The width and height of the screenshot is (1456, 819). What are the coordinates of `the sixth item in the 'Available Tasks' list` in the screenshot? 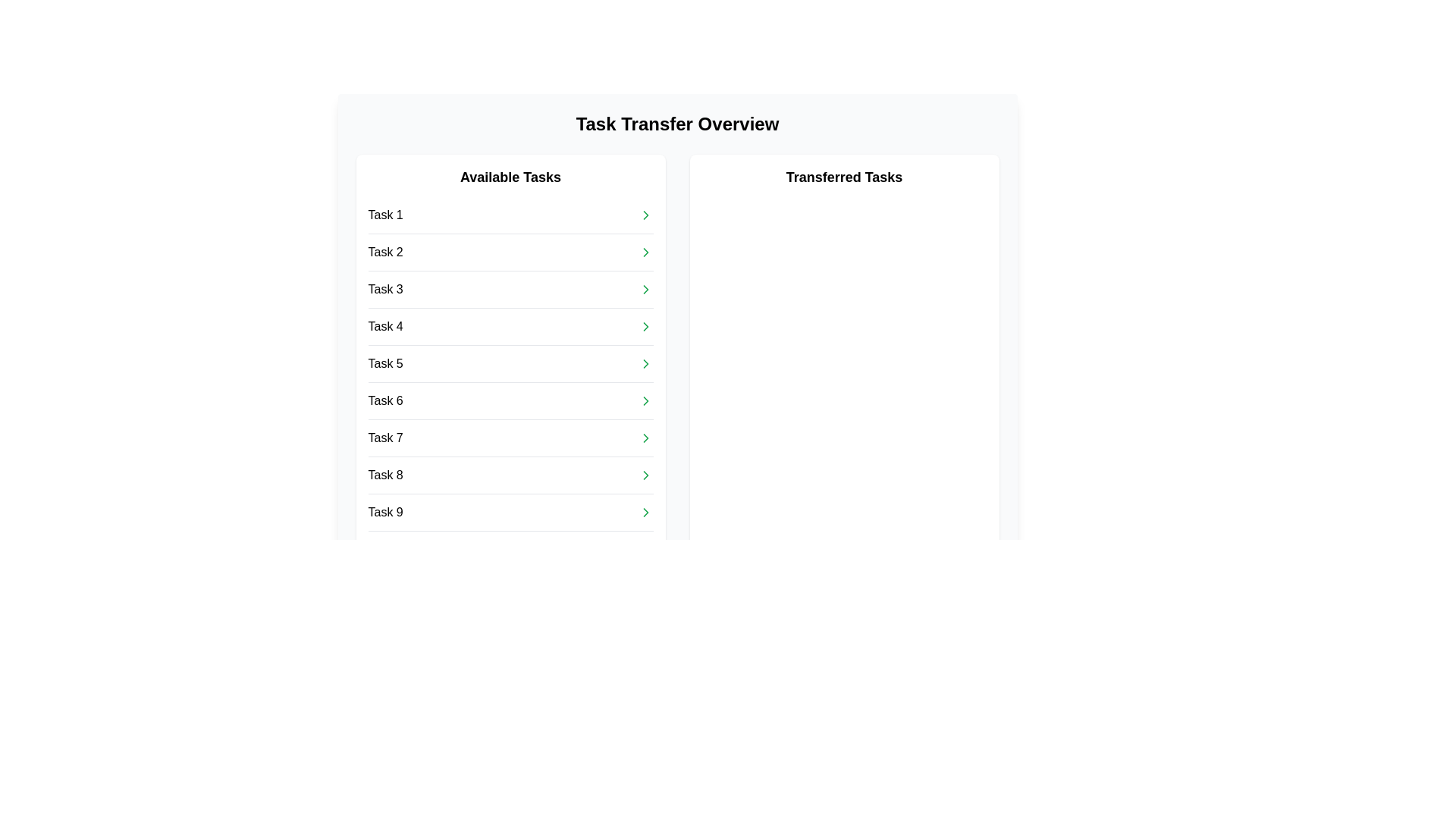 It's located at (510, 400).